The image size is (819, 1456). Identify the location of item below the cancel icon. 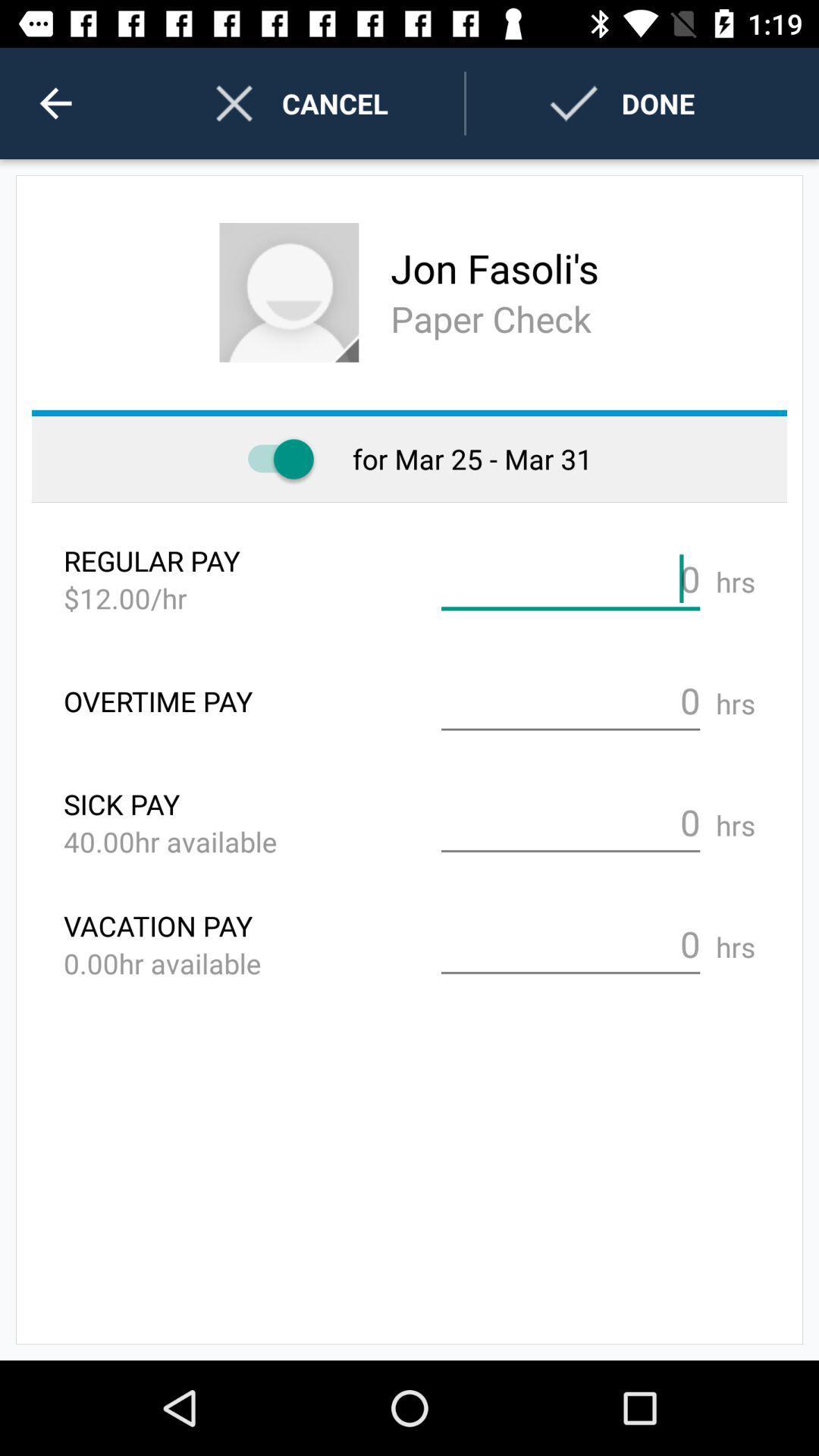
(289, 292).